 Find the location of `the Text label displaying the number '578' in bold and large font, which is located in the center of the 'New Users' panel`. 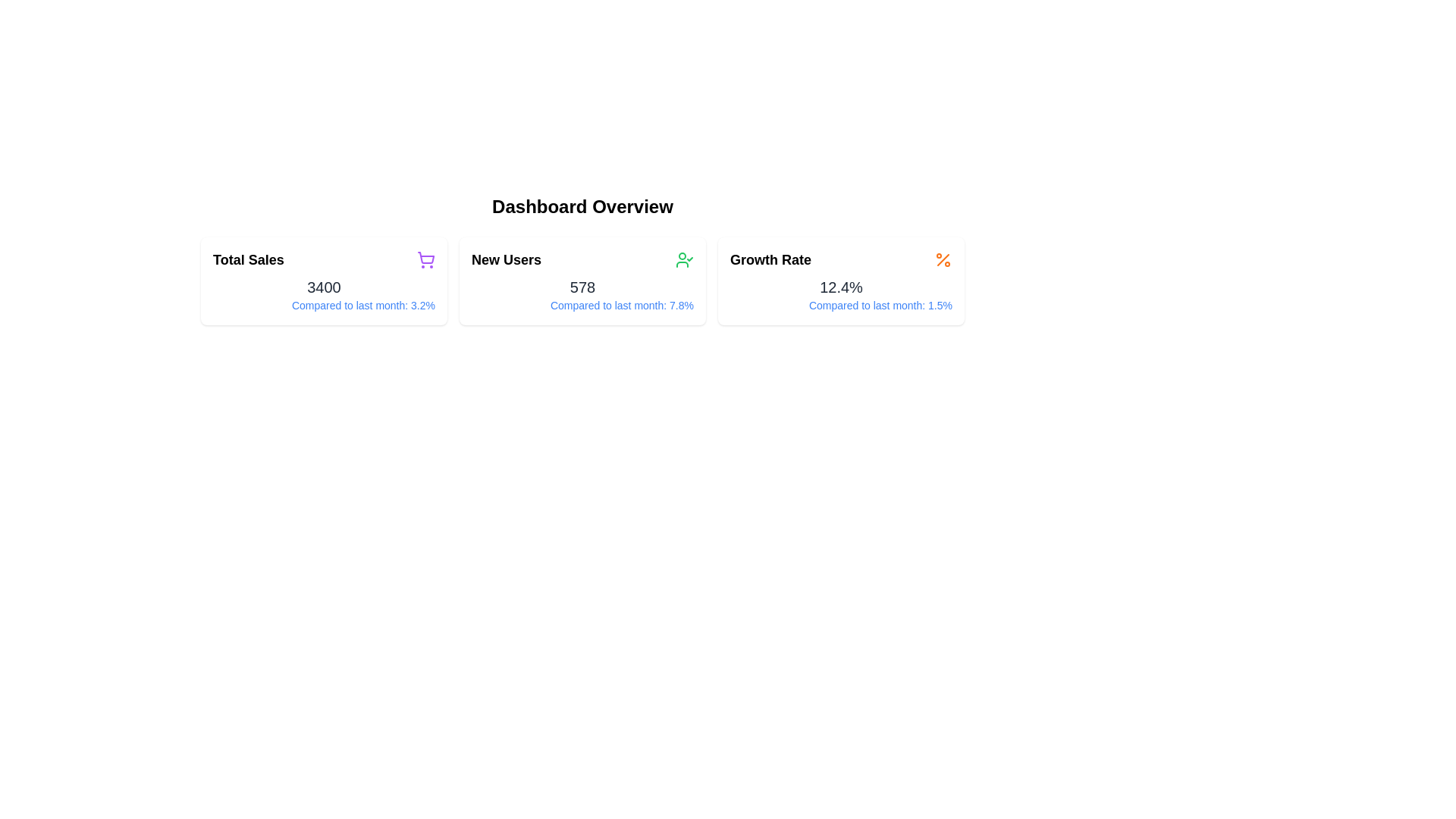

the Text label displaying the number '578' in bold and large font, which is located in the center of the 'New Users' panel is located at coordinates (582, 287).